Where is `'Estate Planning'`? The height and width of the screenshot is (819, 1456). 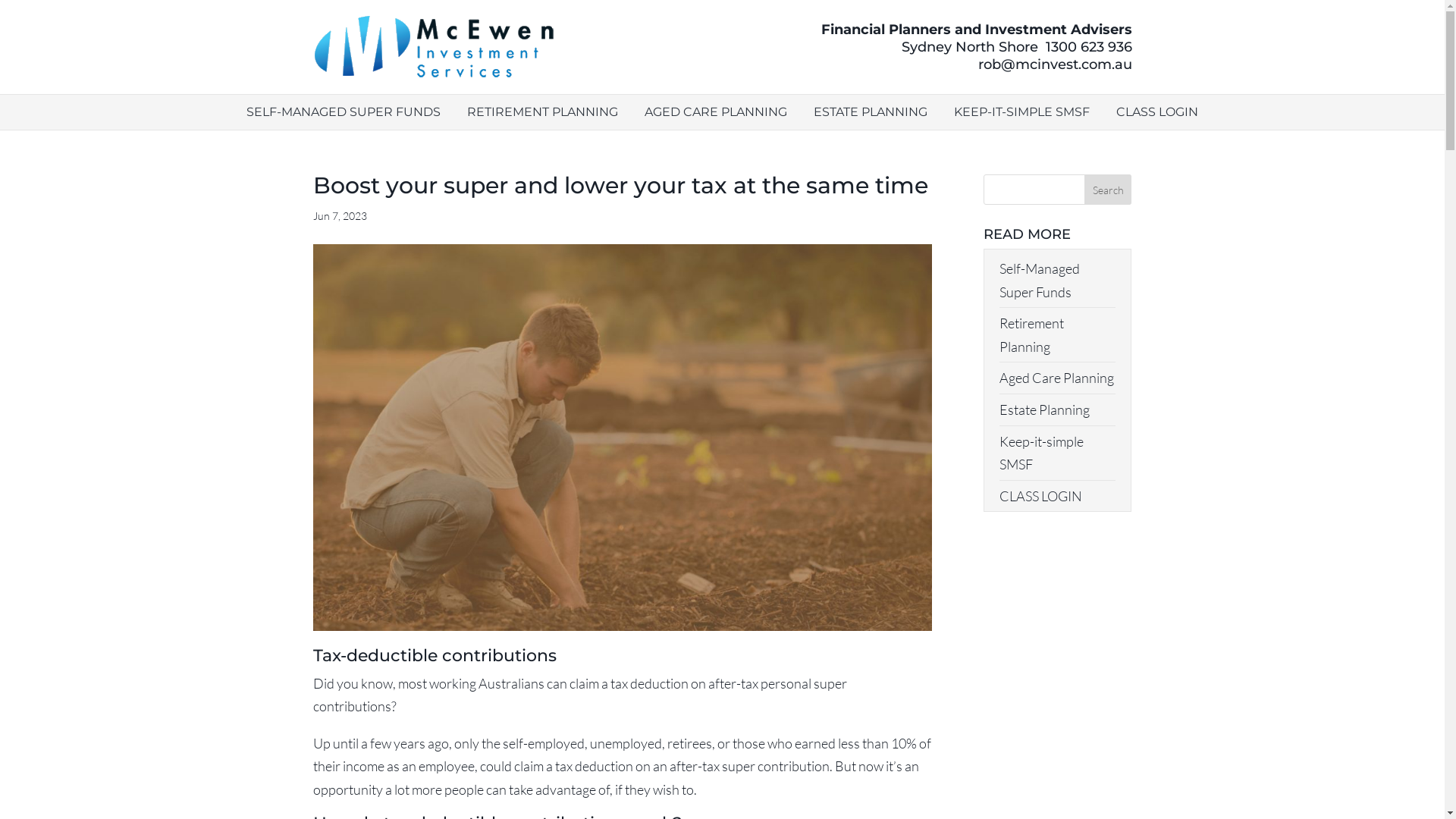
'Estate Planning' is located at coordinates (1043, 409).